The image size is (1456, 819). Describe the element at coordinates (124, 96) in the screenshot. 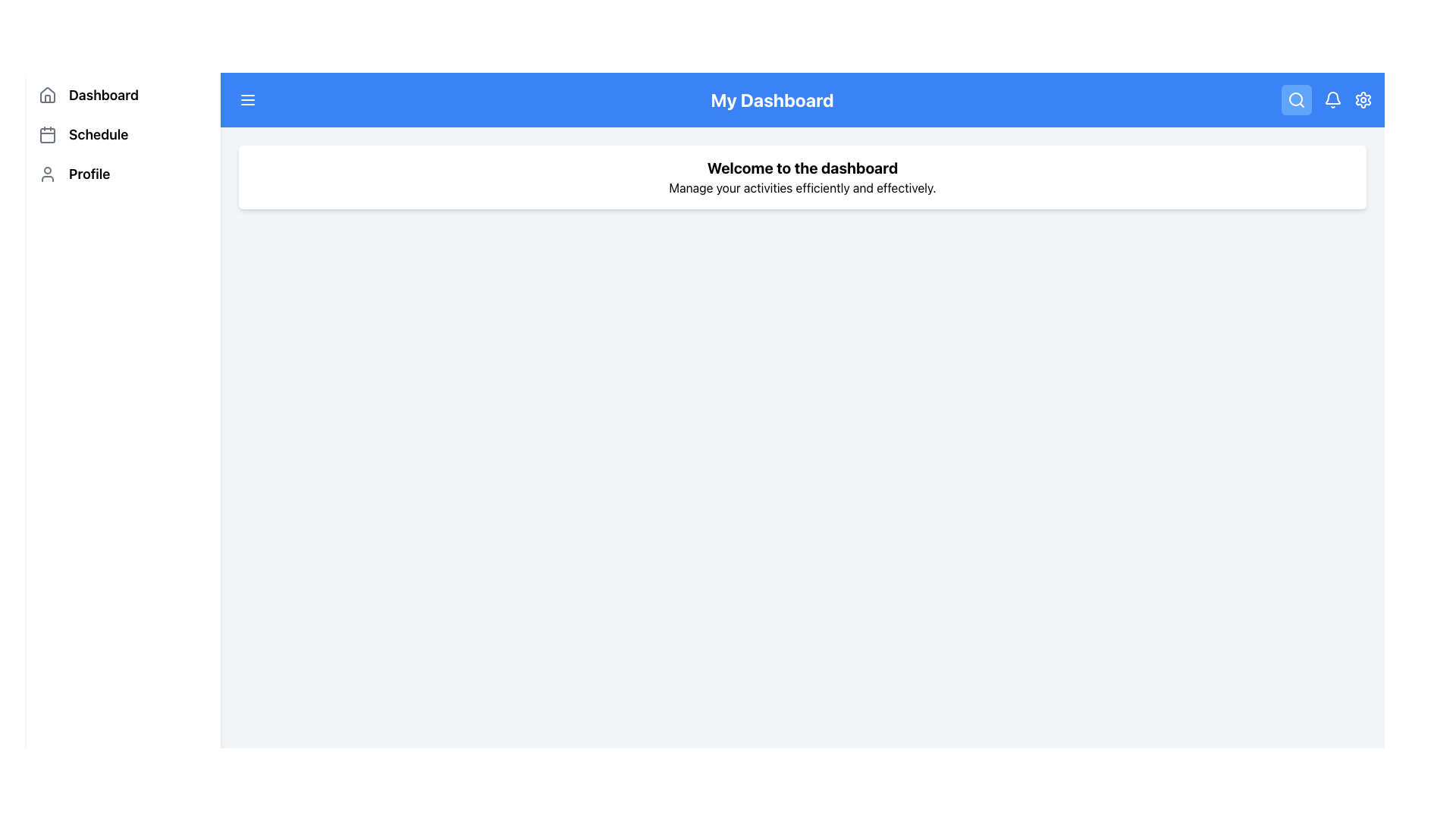

I see `the Dashboard button, which features a house icon to the left of the bold text 'Dashboard'` at that location.